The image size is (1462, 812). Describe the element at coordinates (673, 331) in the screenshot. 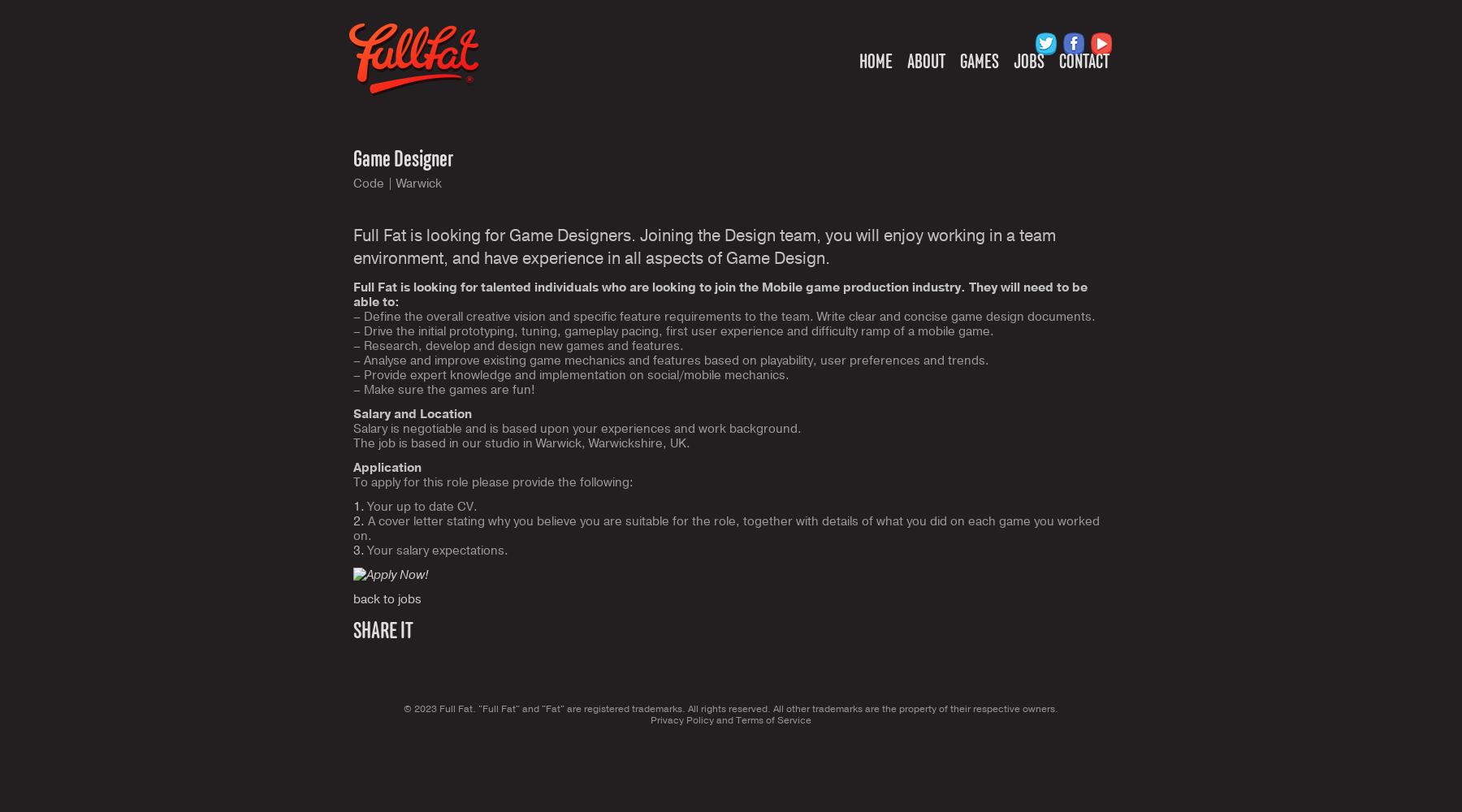

I see `'– Drive the initial prototyping, tuning, gameplay pacing, first user experience and difficulty ramp of a mobile game.'` at that location.